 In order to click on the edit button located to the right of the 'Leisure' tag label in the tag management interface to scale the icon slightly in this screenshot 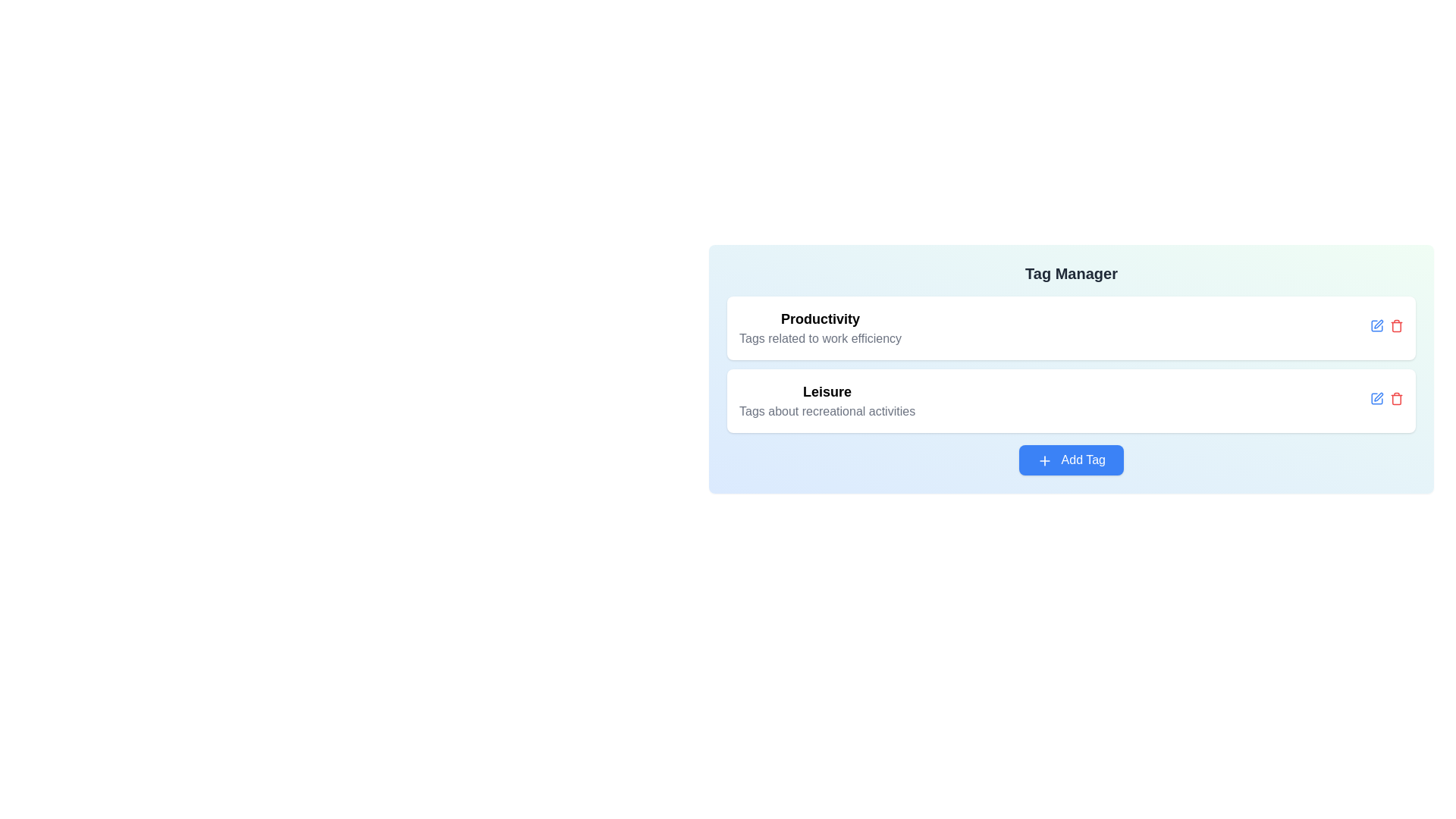, I will do `click(1376, 397)`.